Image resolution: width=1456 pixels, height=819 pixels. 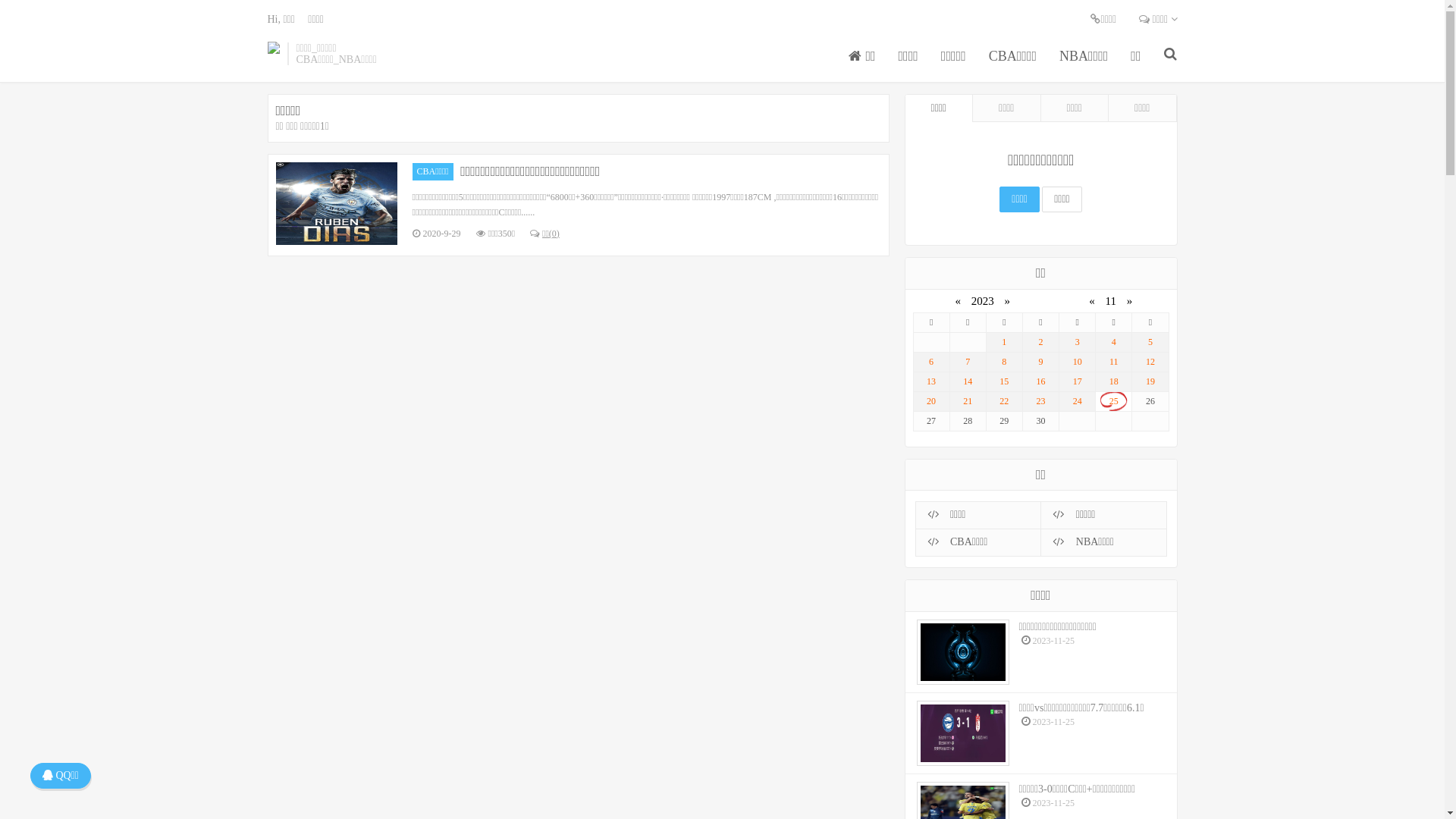 What do you see at coordinates (1004, 342) in the screenshot?
I see `'1'` at bounding box center [1004, 342].